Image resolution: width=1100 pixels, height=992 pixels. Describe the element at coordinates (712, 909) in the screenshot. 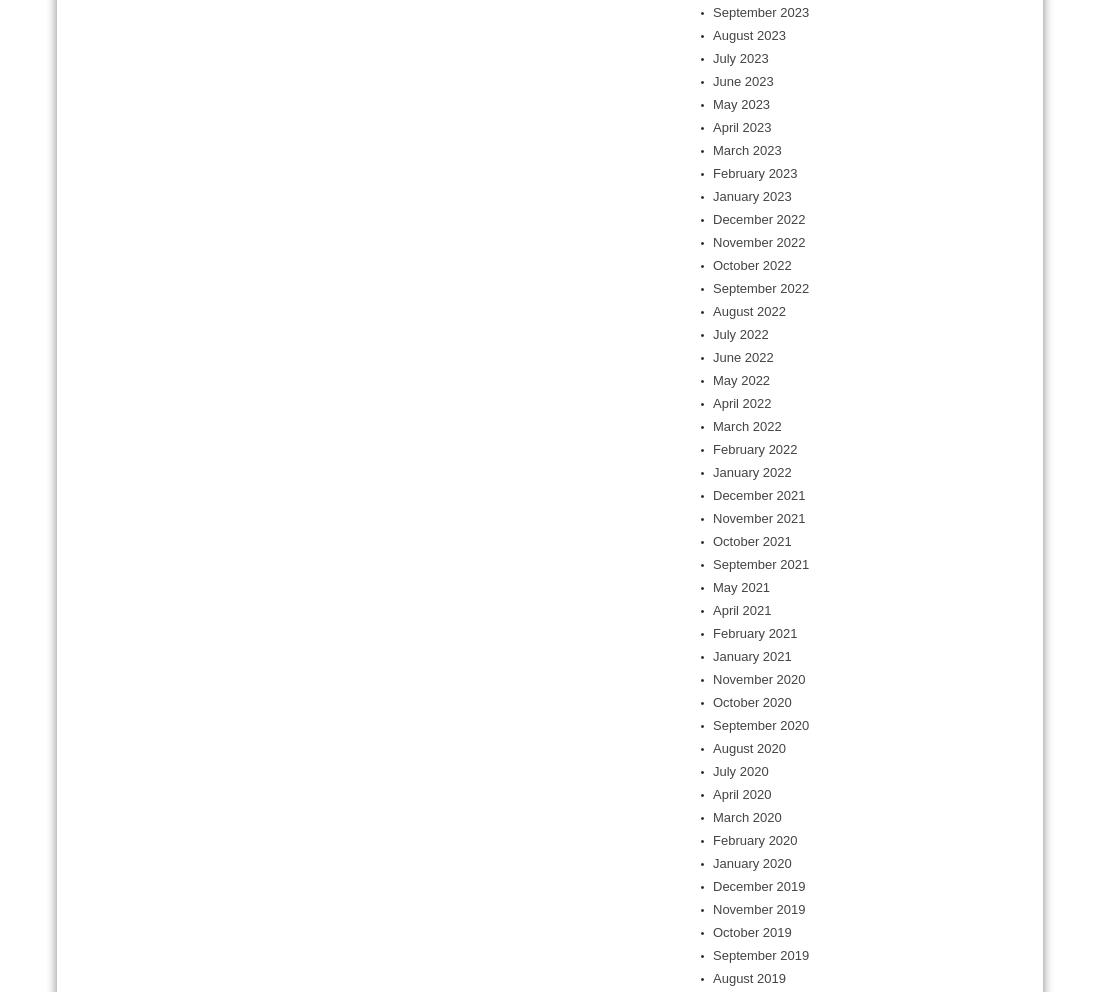

I see `'November 2019'` at that location.